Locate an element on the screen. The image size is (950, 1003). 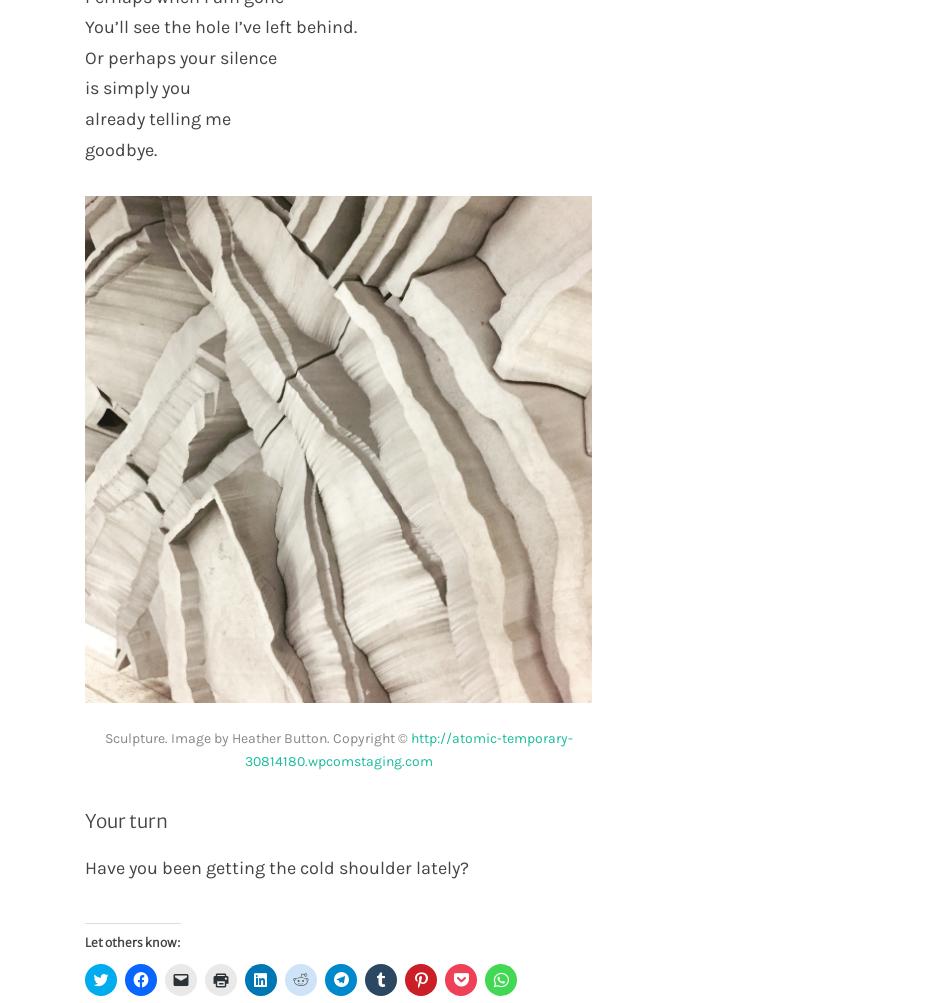
'goodbye.' is located at coordinates (121, 148).